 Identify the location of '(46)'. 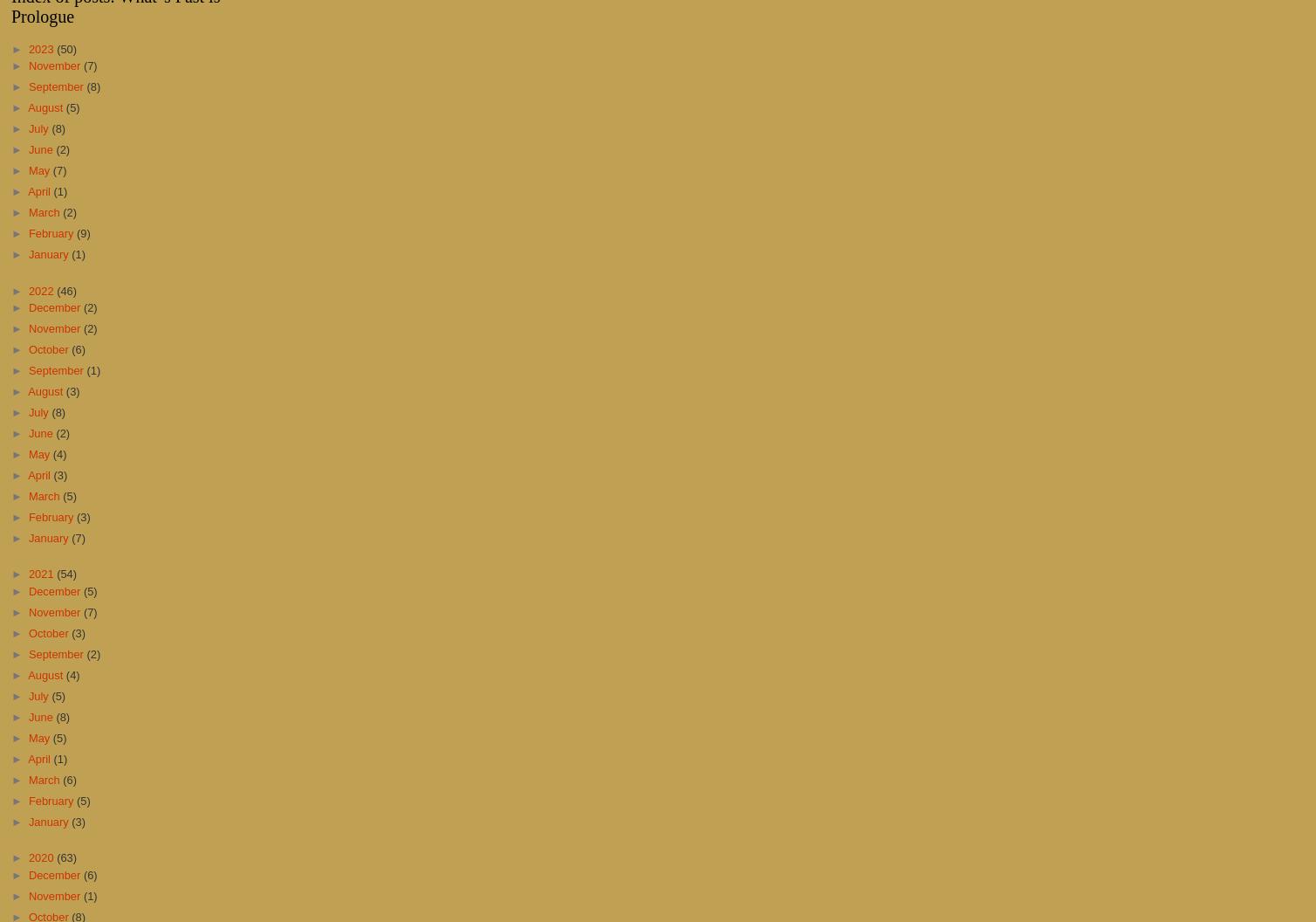
(66, 289).